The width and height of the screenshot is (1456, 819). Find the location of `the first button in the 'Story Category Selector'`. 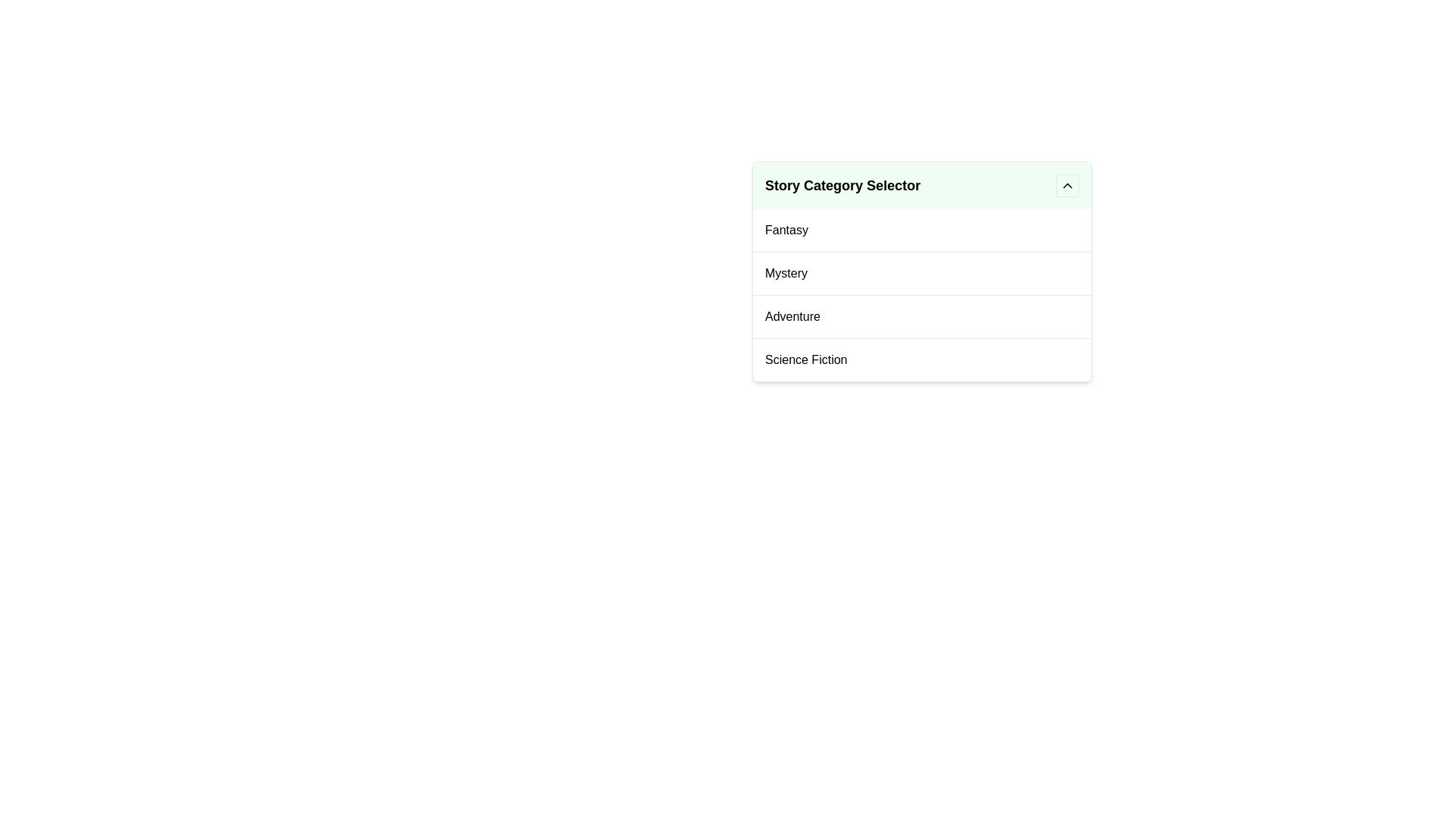

the first button in the 'Story Category Selector' is located at coordinates (921, 231).